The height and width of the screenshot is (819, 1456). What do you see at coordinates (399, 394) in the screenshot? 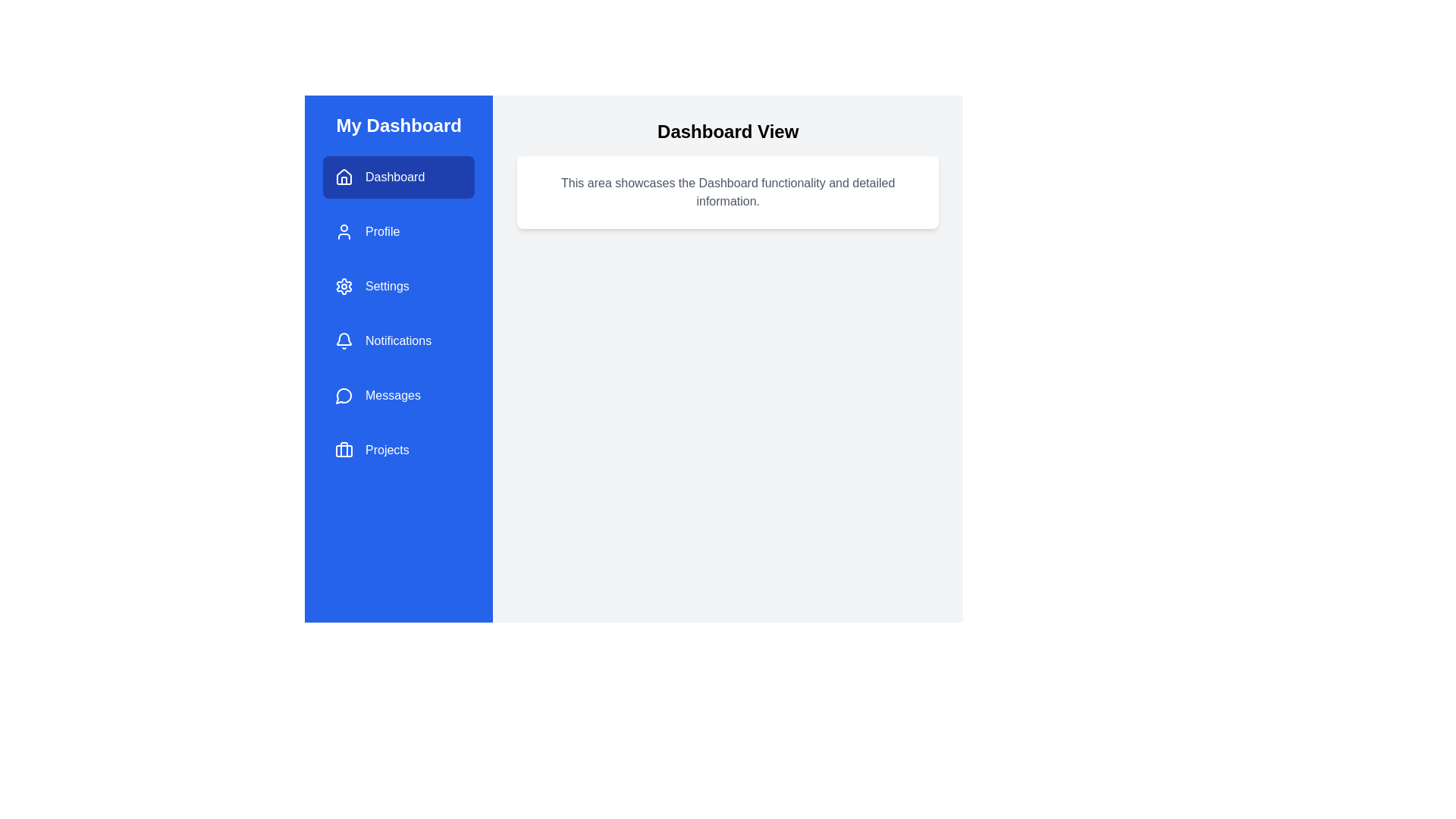
I see `the menu item Messages to navigate to its corresponding section` at bounding box center [399, 394].